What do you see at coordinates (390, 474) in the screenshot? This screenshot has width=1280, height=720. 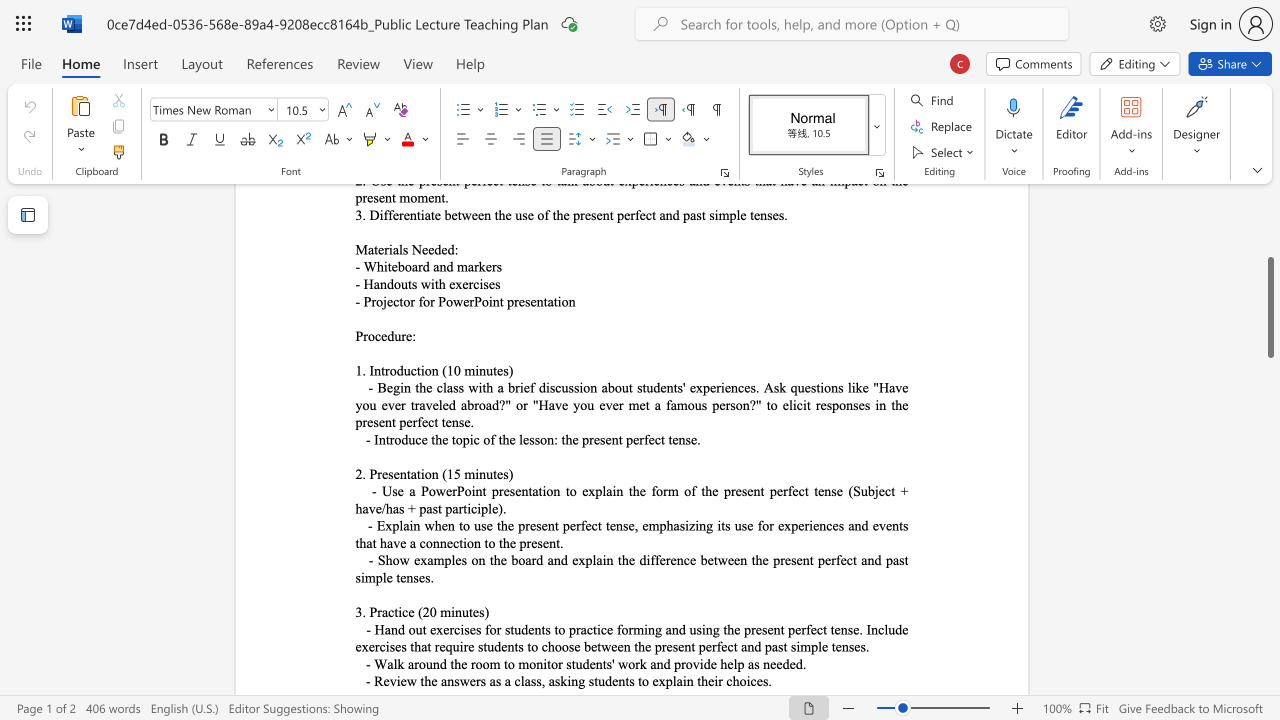 I see `the 1th character "s" in the text` at bounding box center [390, 474].